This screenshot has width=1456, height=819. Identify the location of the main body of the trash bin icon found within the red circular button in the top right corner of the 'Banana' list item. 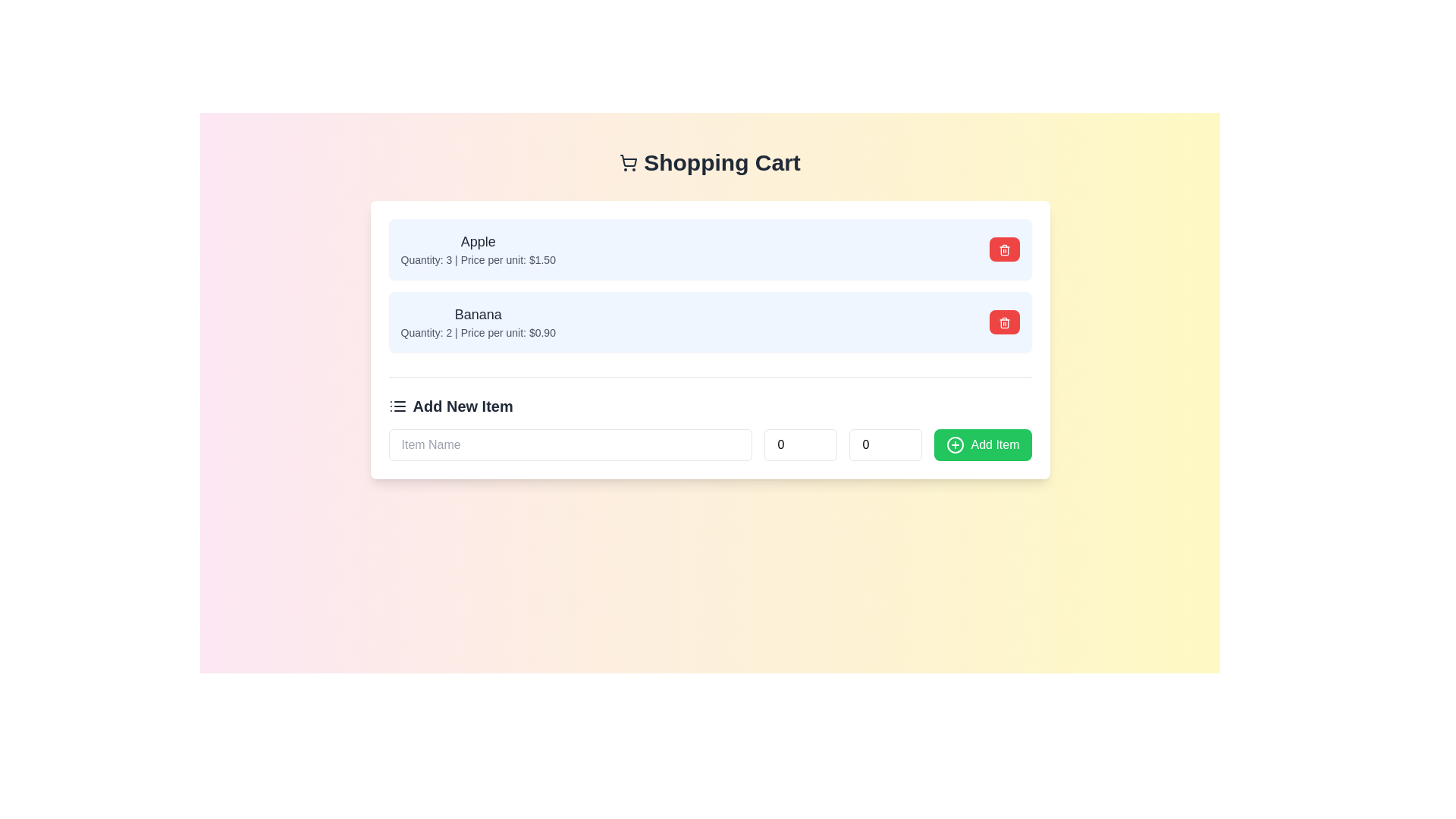
(1004, 323).